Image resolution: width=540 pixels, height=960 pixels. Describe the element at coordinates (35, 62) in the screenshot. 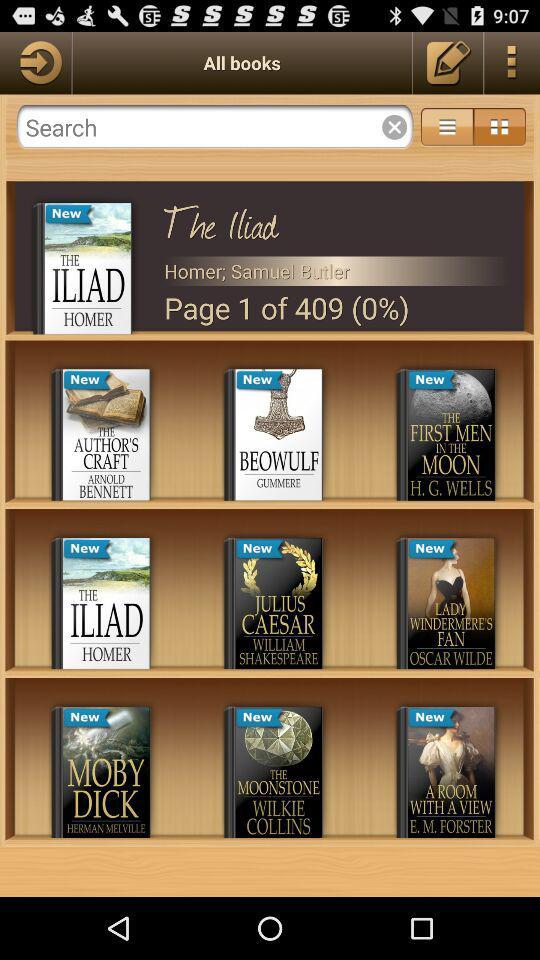

I see `share the article` at that location.